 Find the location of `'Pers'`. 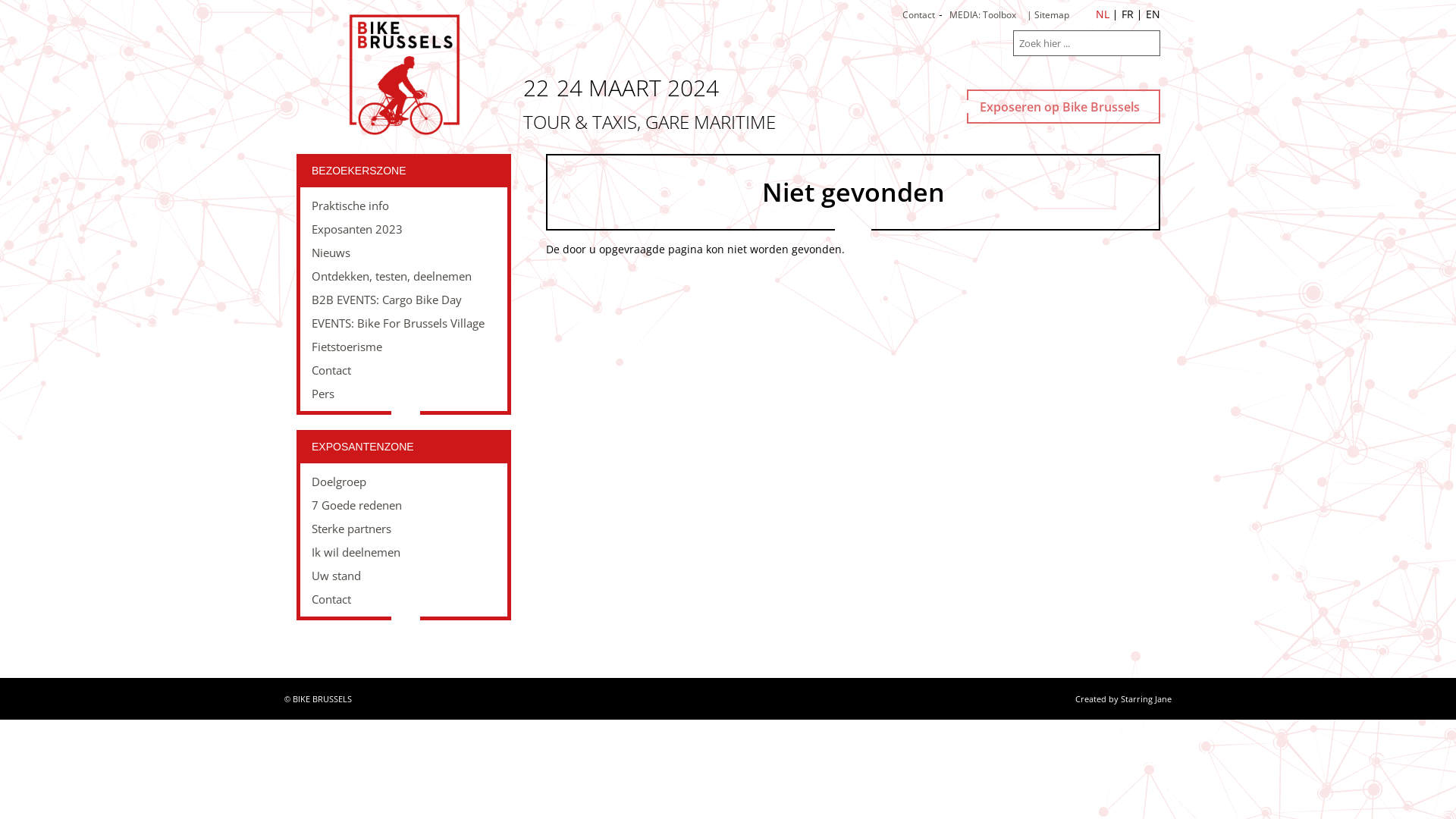

'Pers' is located at coordinates (403, 393).